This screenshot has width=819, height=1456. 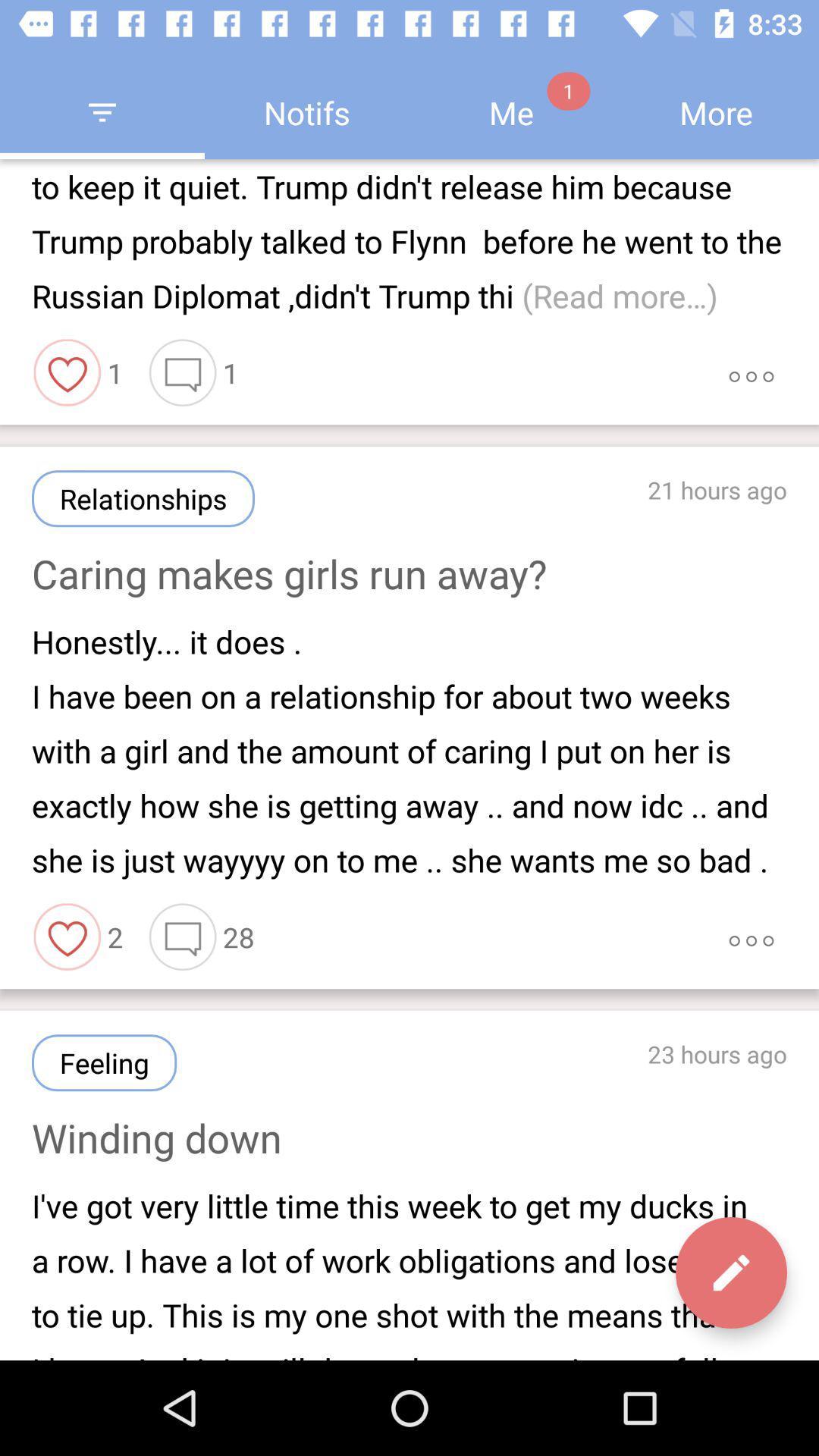 I want to click on icon to the left of 23 hours ago item, so click(x=103, y=1062).